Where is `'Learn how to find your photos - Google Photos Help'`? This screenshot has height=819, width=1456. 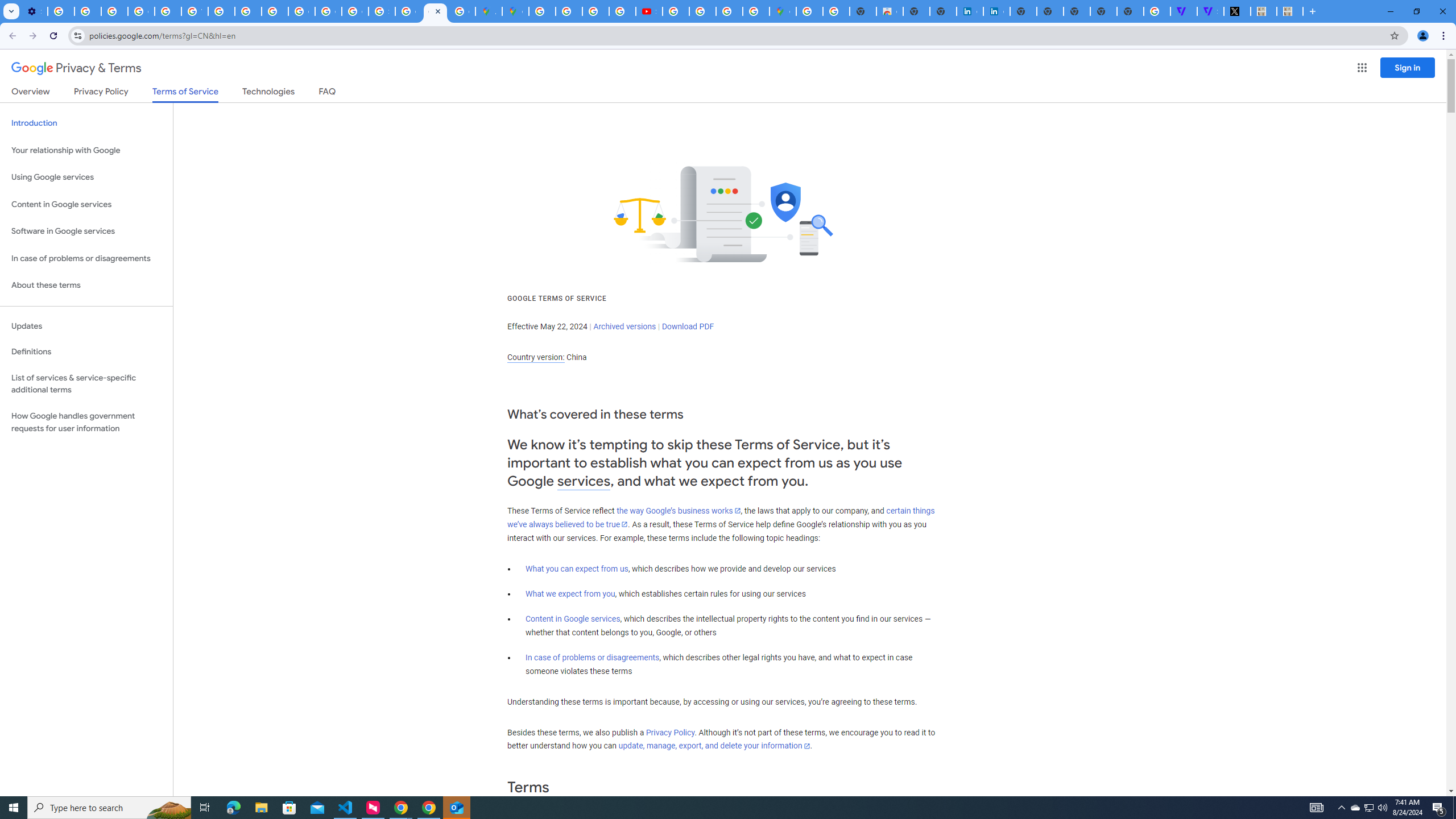 'Learn how to find your photos - Google Photos Help' is located at coordinates (88, 11).